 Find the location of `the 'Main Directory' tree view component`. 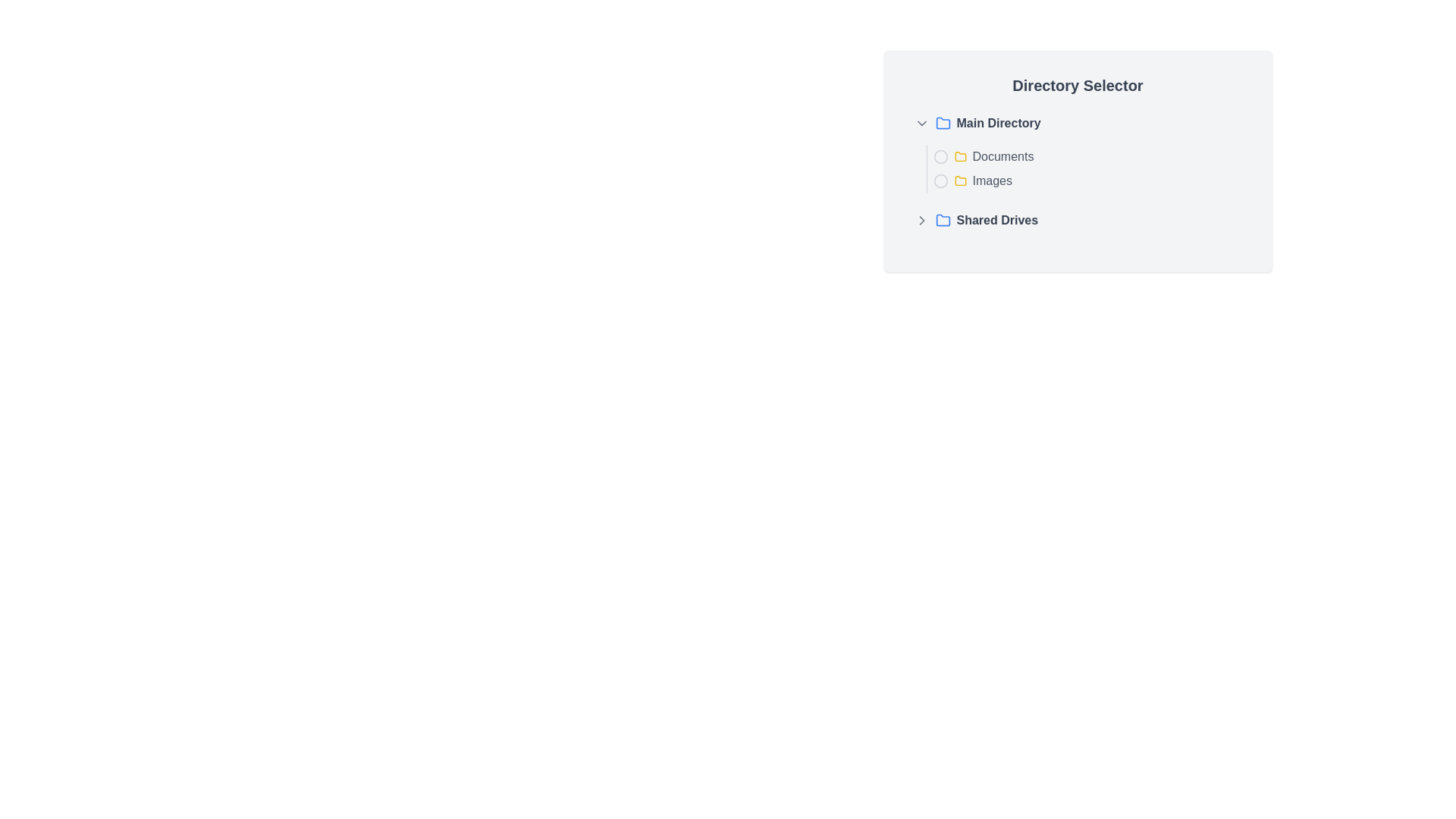

the 'Main Directory' tree view component is located at coordinates (1077, 151).